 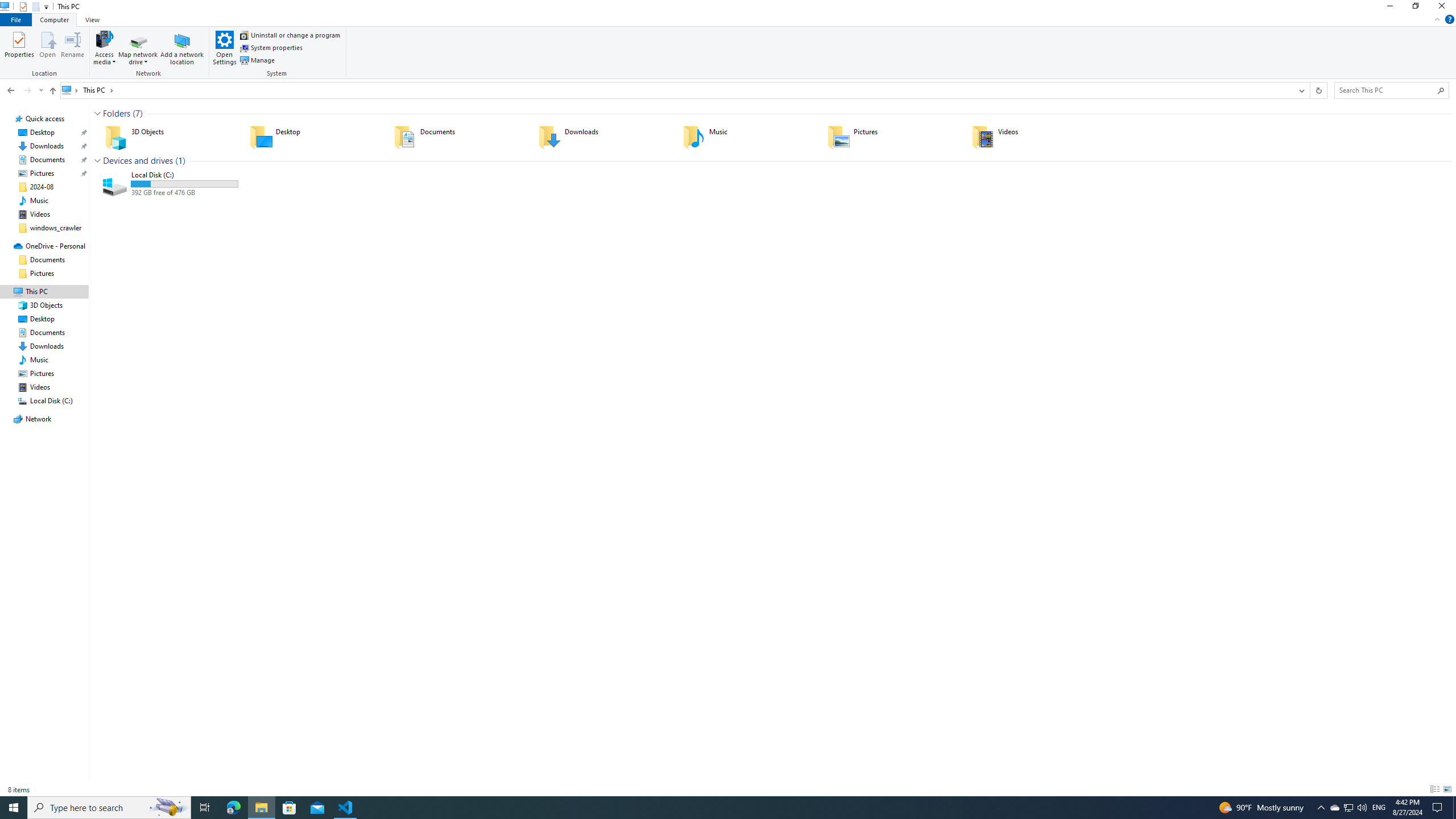 What do you see at coordinates (97, 160) in the screenshot?
I see `'Collapse Group'` at bounding box center [97, 160].